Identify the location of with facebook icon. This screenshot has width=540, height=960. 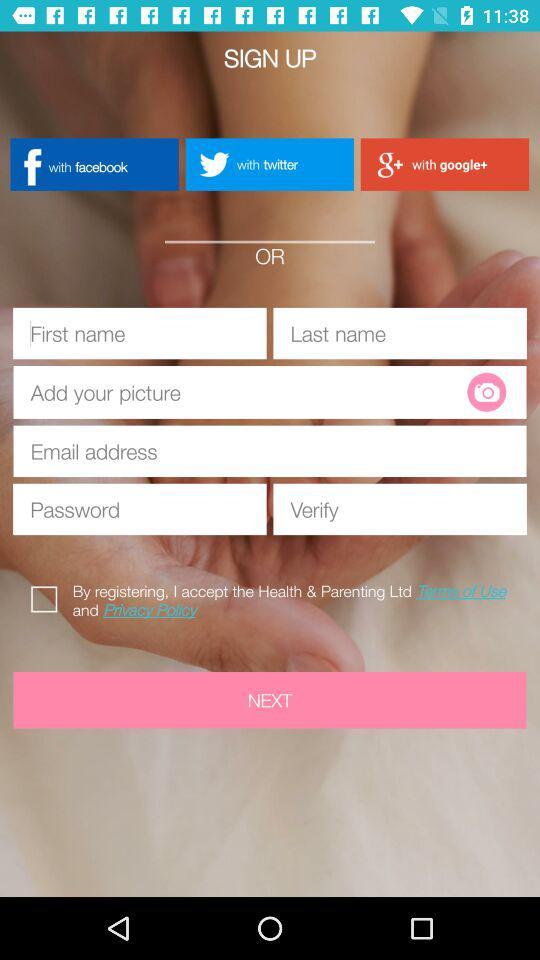
(93, 163).